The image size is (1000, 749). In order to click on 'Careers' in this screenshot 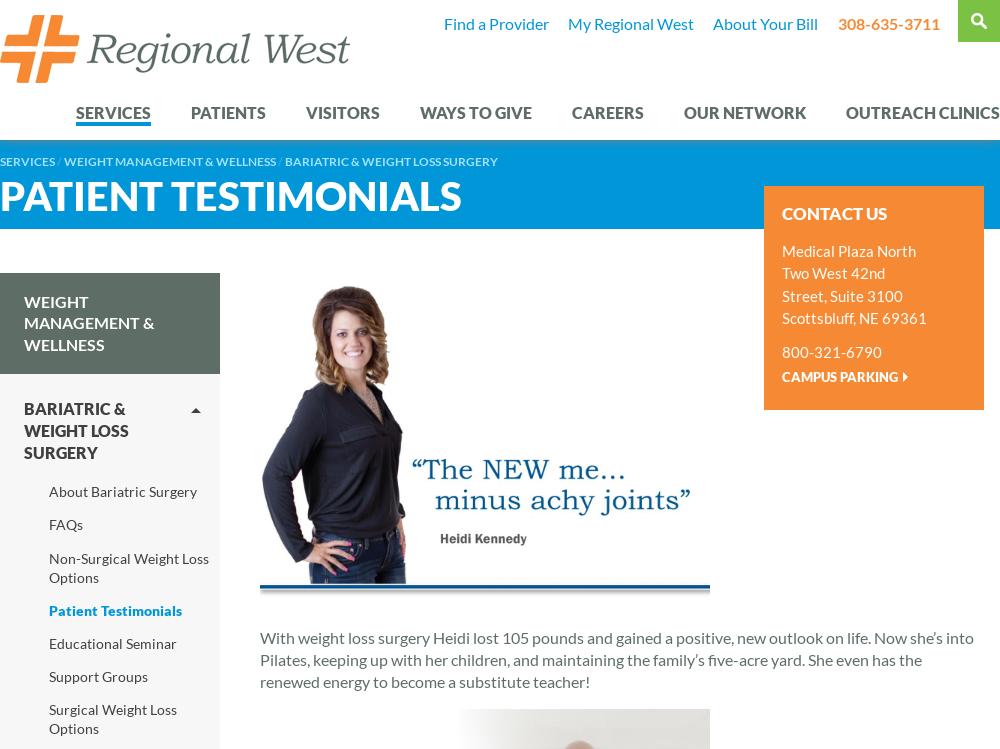, I will do `click(571, 111)`.